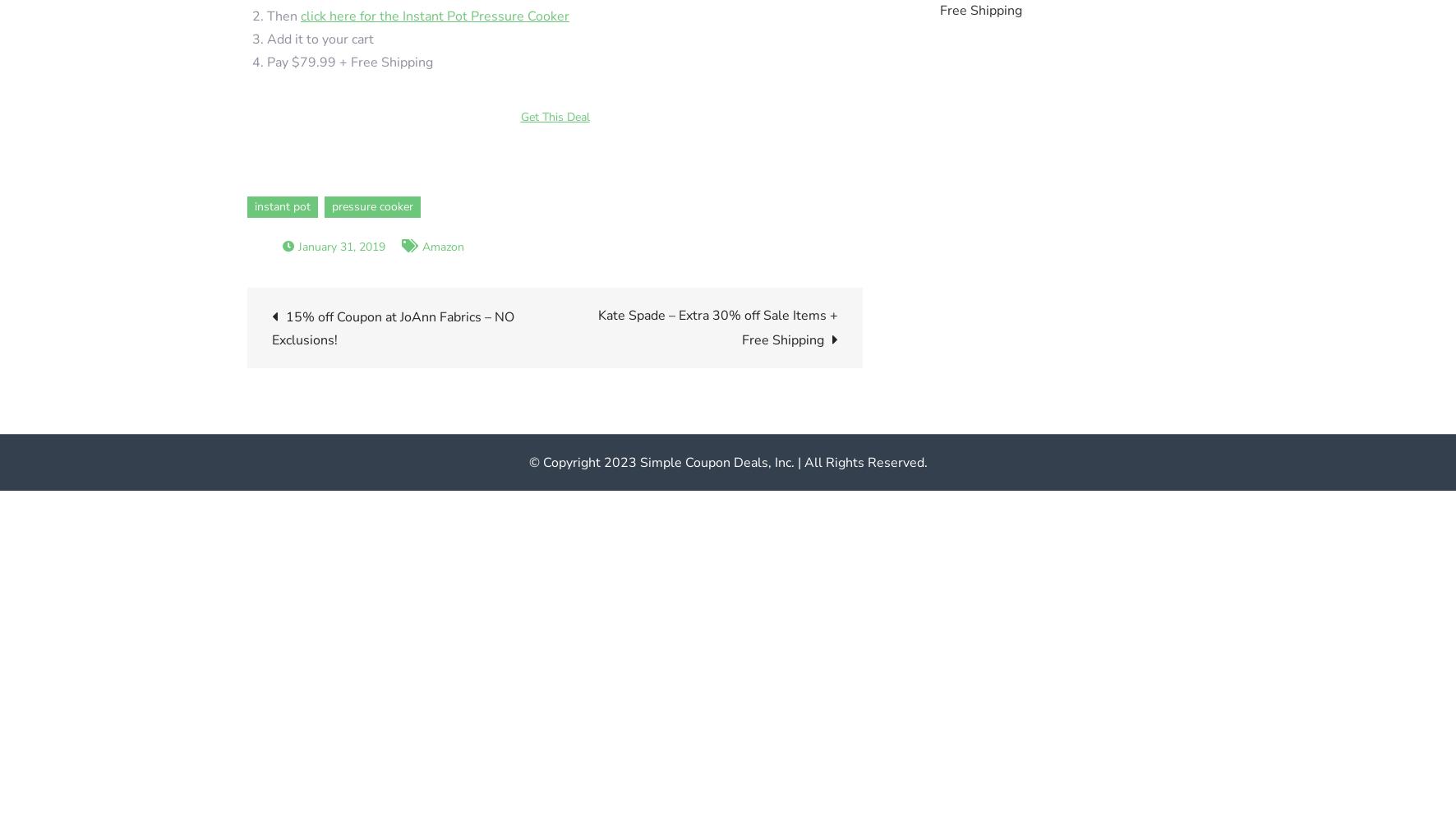  What do you see at coordinates (342, 247) in the screenshot?
I see `'January 31, 2019'` at bounding box center [342, 247].